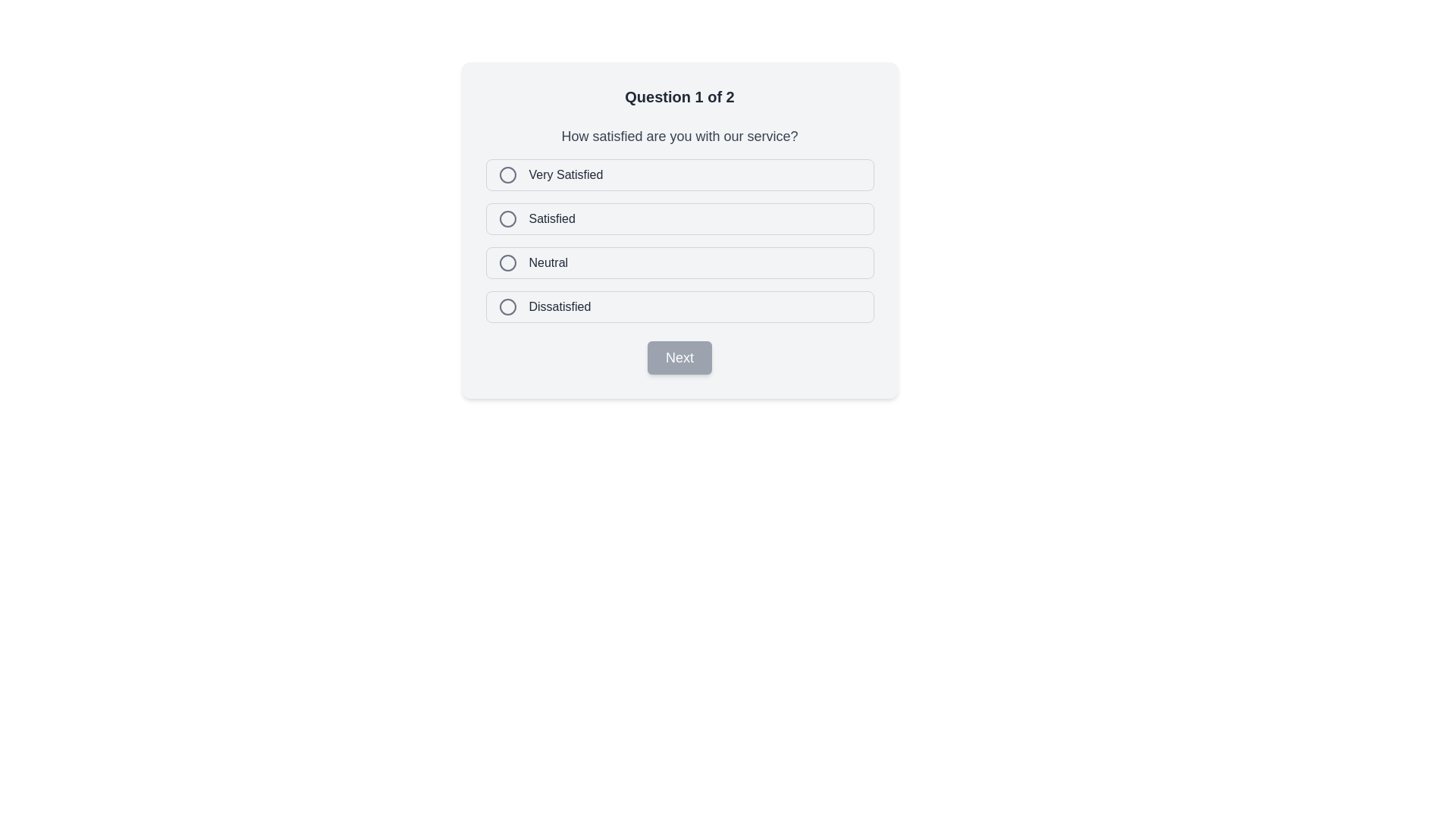  Describe the element at coordinates (548, 262) in the screenshot. I see `the text label describing the third selectable option in the questionnaire, which is located to the right of a circular radio button` at that location.